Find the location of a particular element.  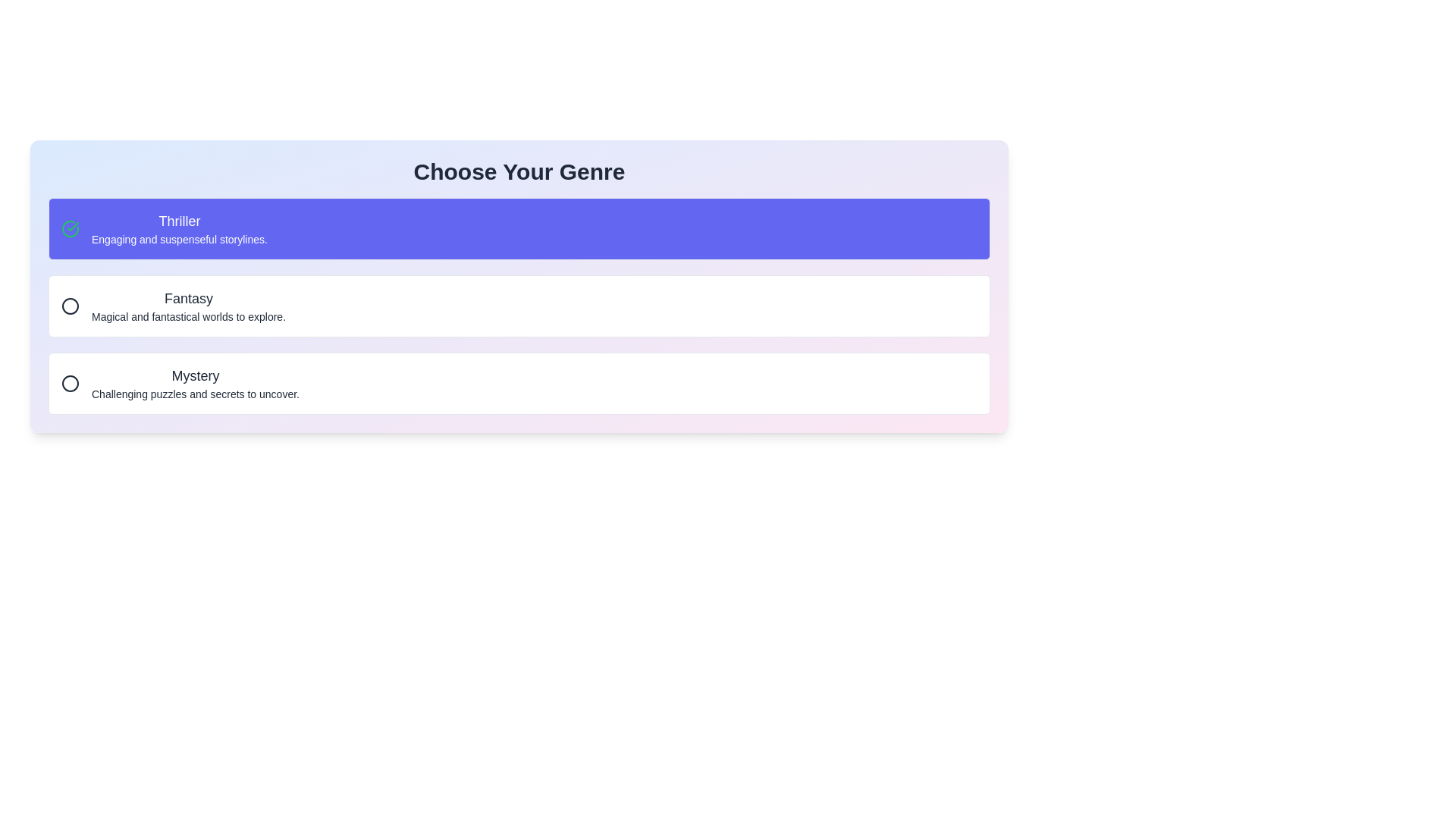

the checkmark icon that indicates the selection state of the 'Thriller' genre option, which is enclosed within a green circle and positioned to the left of the text 'Thriller' is located at coordinates (72, 227).